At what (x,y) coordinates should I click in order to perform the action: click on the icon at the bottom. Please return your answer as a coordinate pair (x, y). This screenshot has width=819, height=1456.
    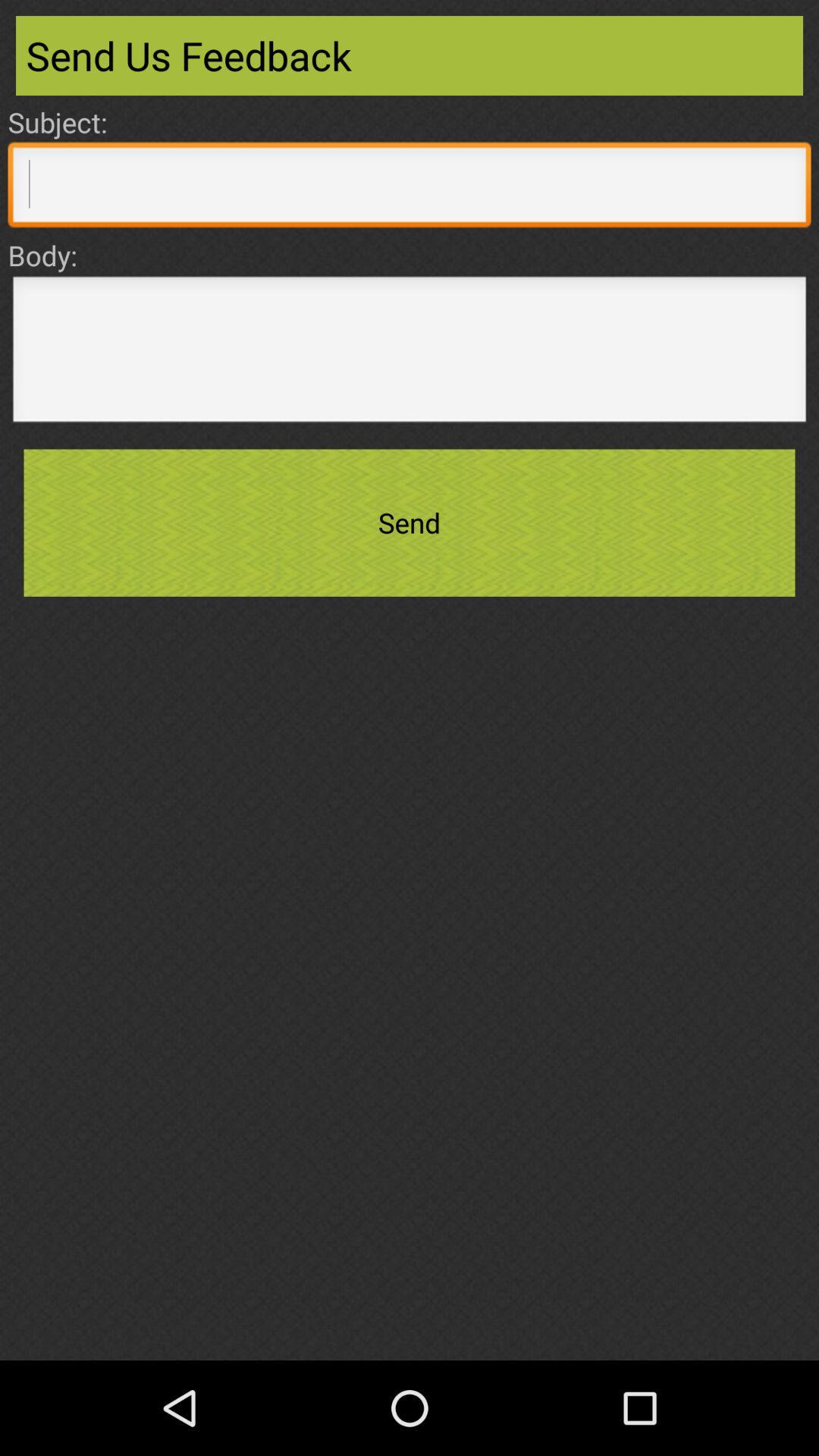
    Looking at the image, I should click on (409, 1310).